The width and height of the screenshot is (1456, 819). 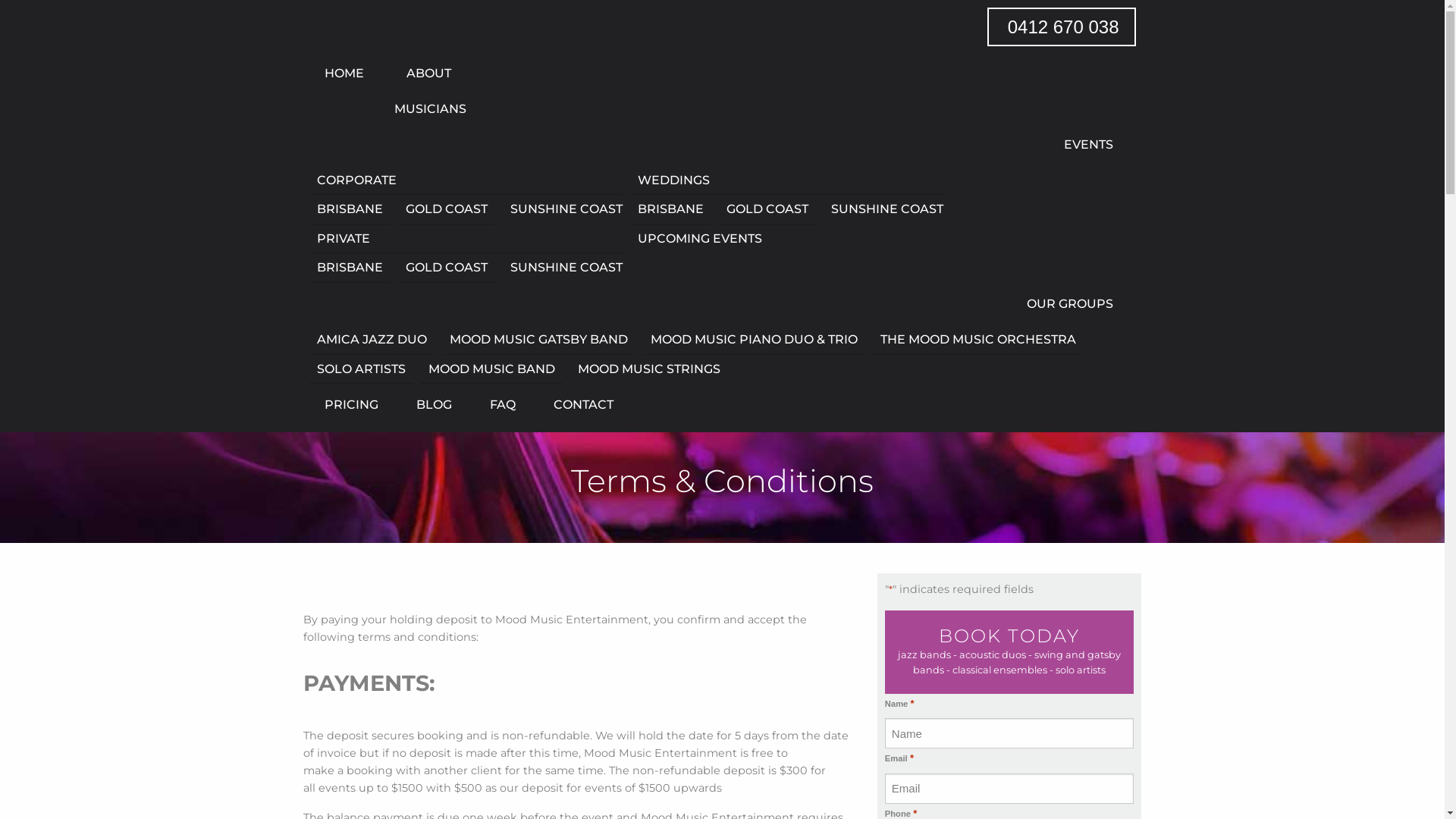 What do you see at coordinates (433, 403) in the screenshot?
I see `'BLOG'` at bounding box center [433, 403].